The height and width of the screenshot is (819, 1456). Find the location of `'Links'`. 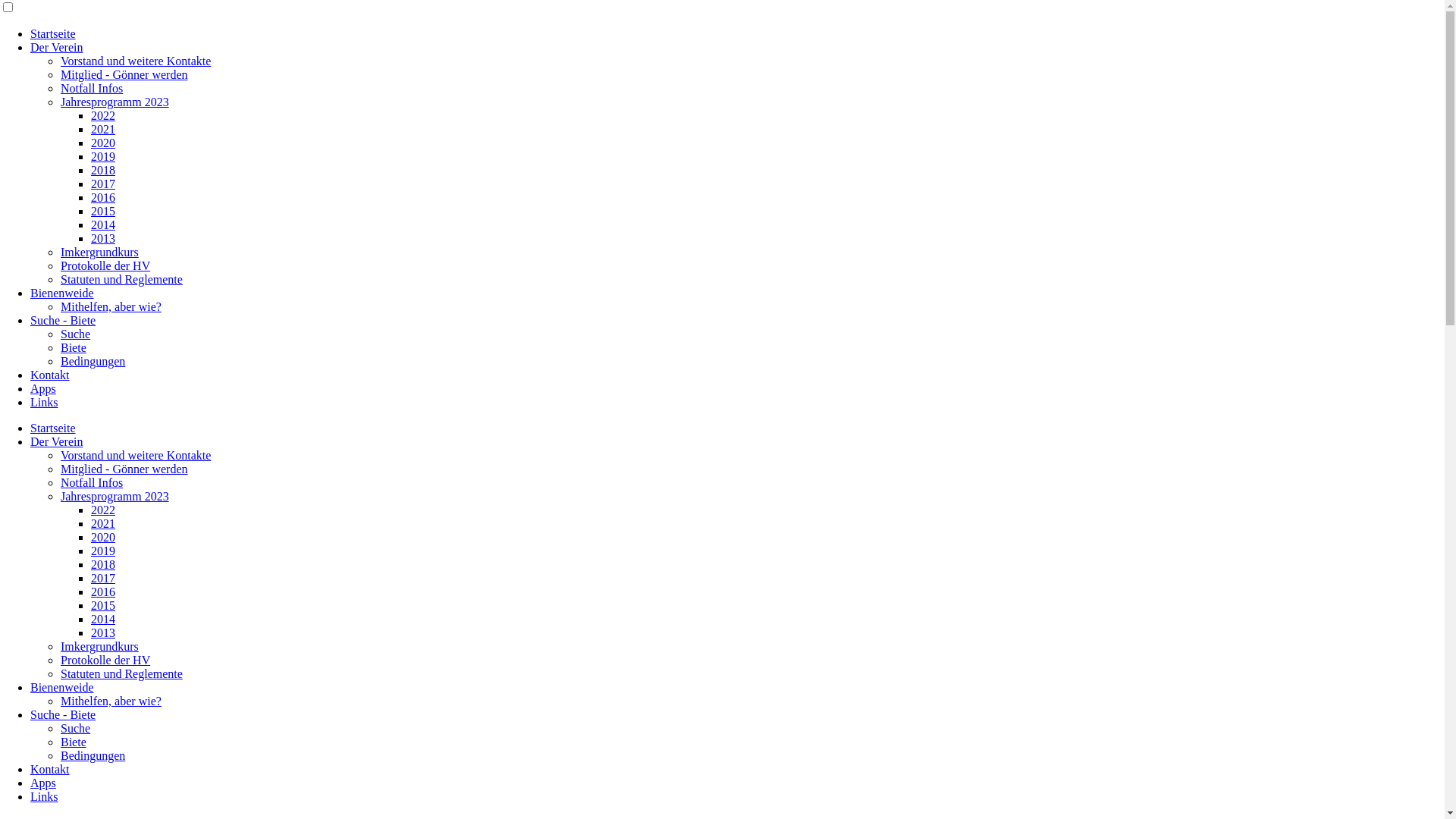

'Links' is located at coordinates (43, 795).